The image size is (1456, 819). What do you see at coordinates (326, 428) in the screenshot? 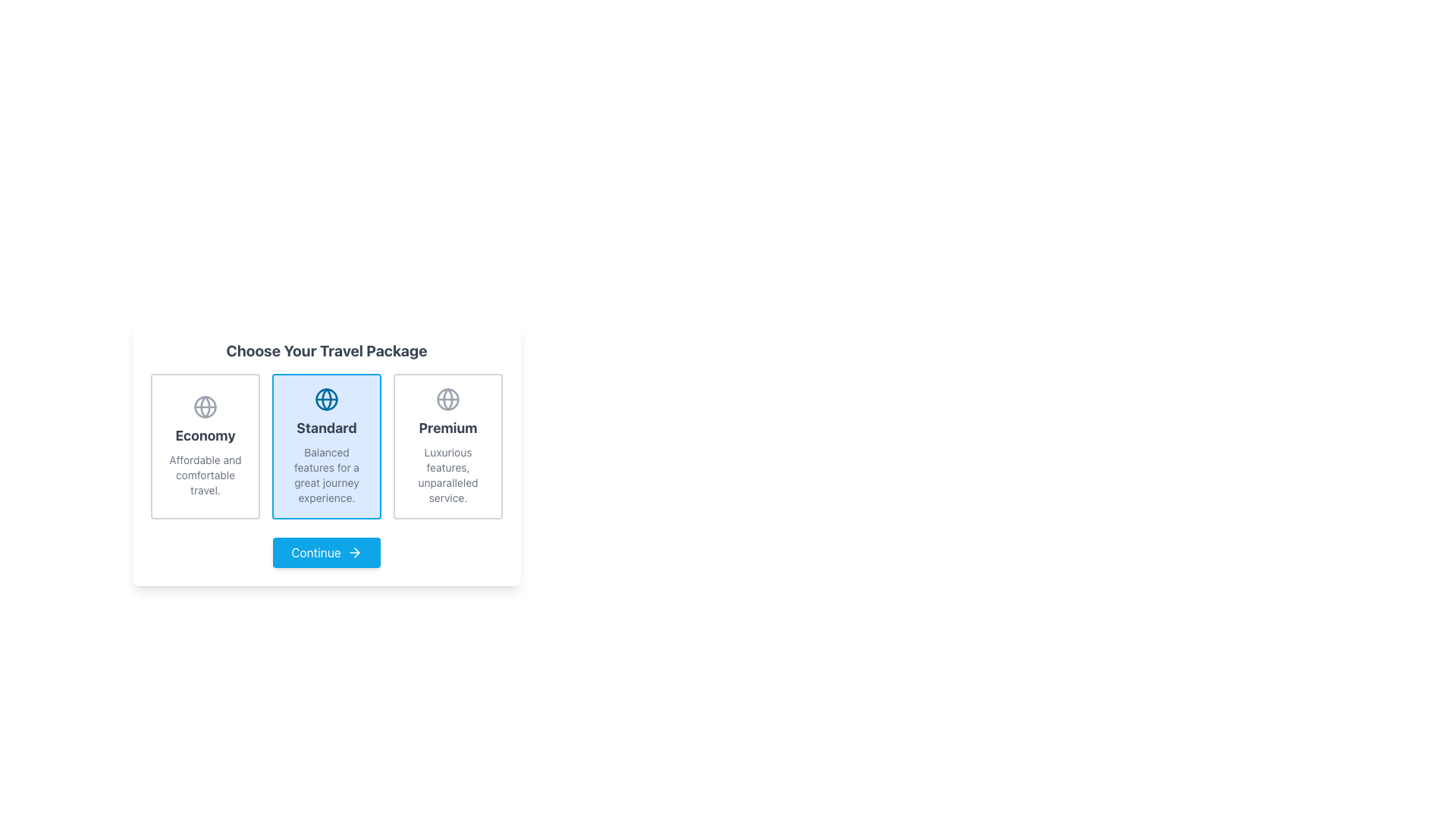
I see `label of the title text representing the 'Standard' package in the middle card of the selection interface` at bounding box center [326, 428].